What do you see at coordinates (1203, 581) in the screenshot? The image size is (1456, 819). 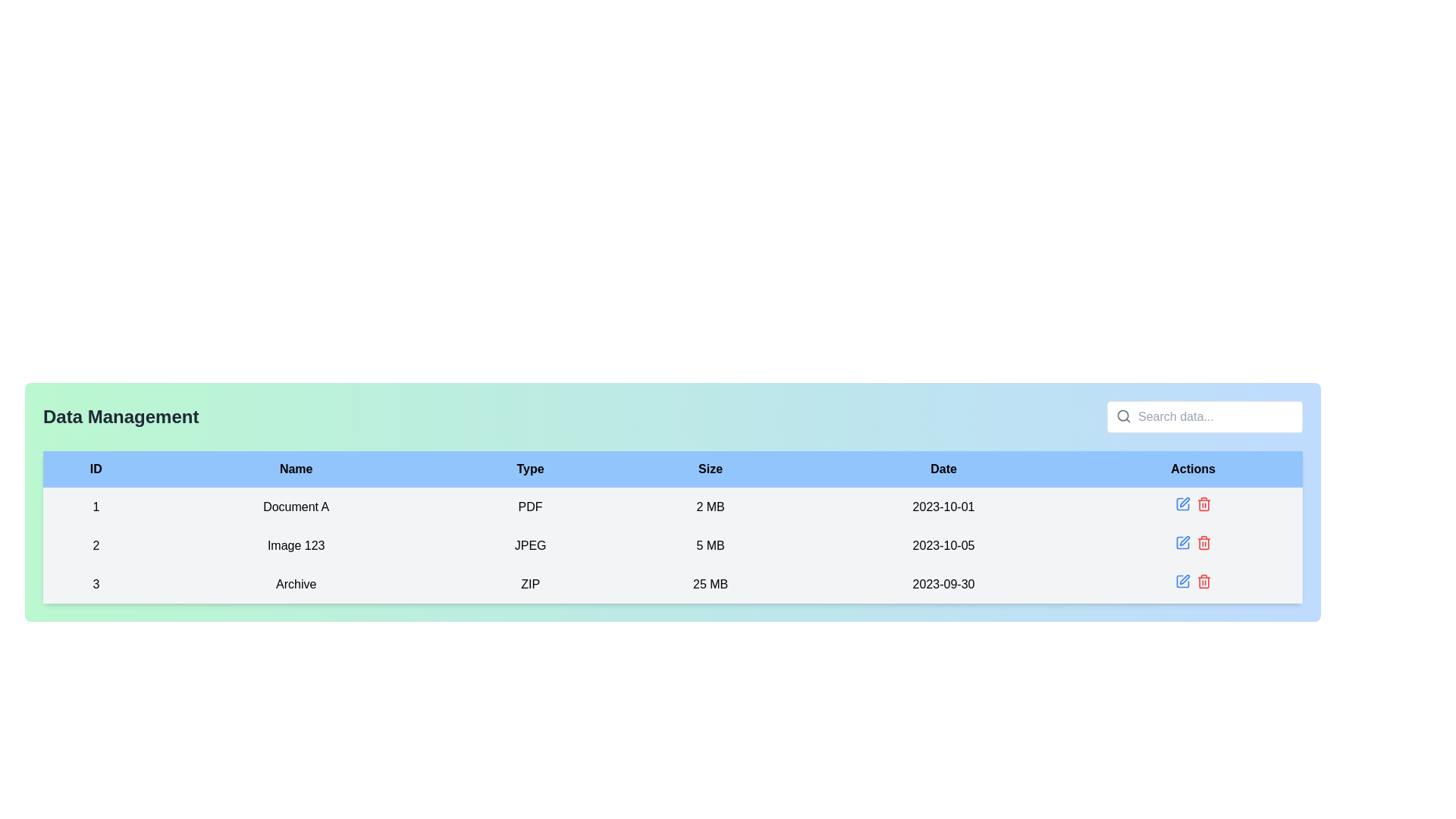 I see `the delete icon in the 'Actions' column of the table` at bounding box center [1203, 581].